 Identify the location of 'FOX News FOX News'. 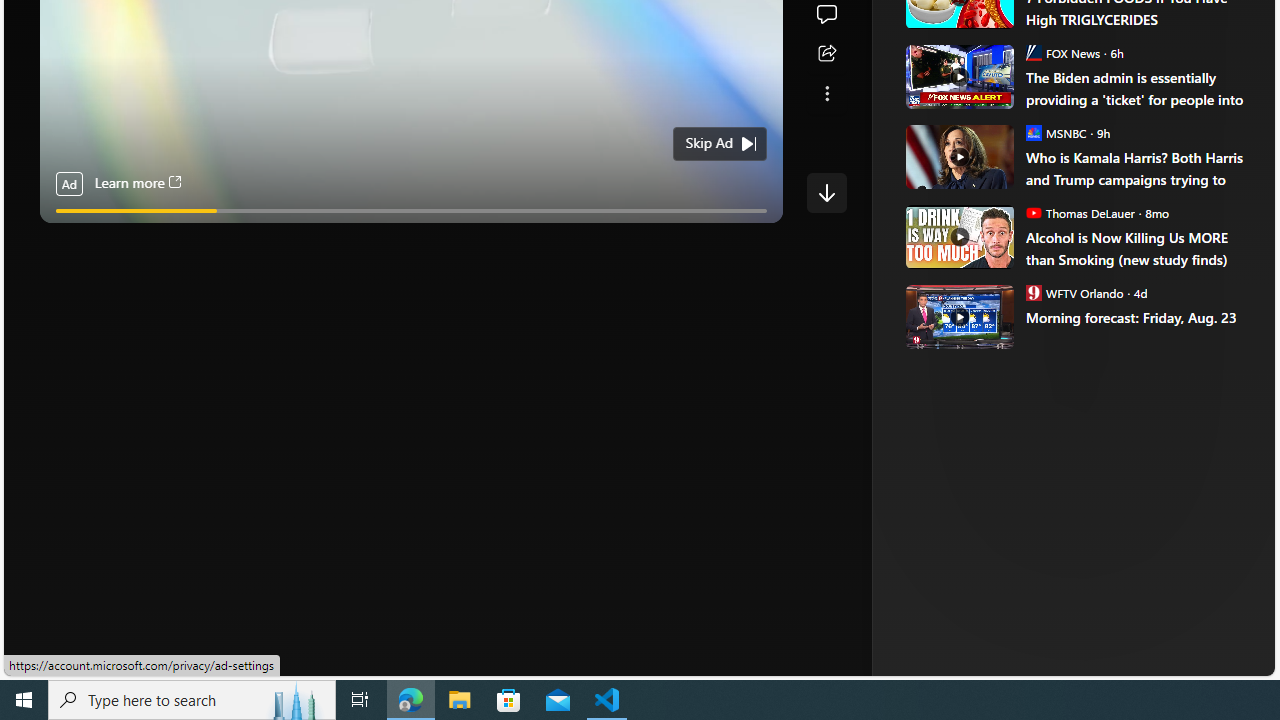
(1061, 51).